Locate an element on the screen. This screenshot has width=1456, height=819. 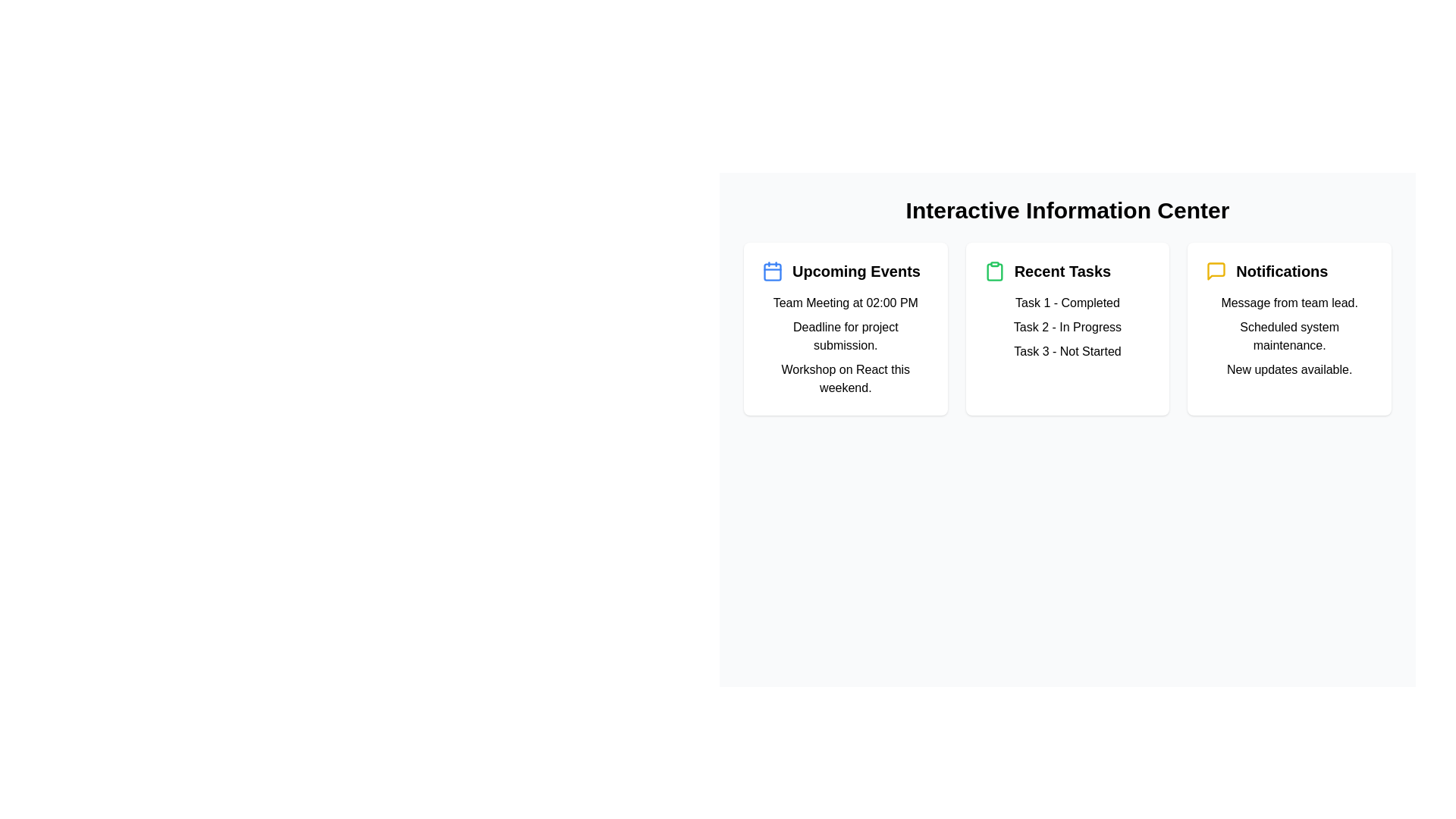
the text label that informs users about the upcoming project submission deadline, positioned as the second entry in the 'Upcoming Events' card, between 'Team Meeting at 02:00 PM' and 'Workshop on React this weekend.' is located at coordinates (845, 335).